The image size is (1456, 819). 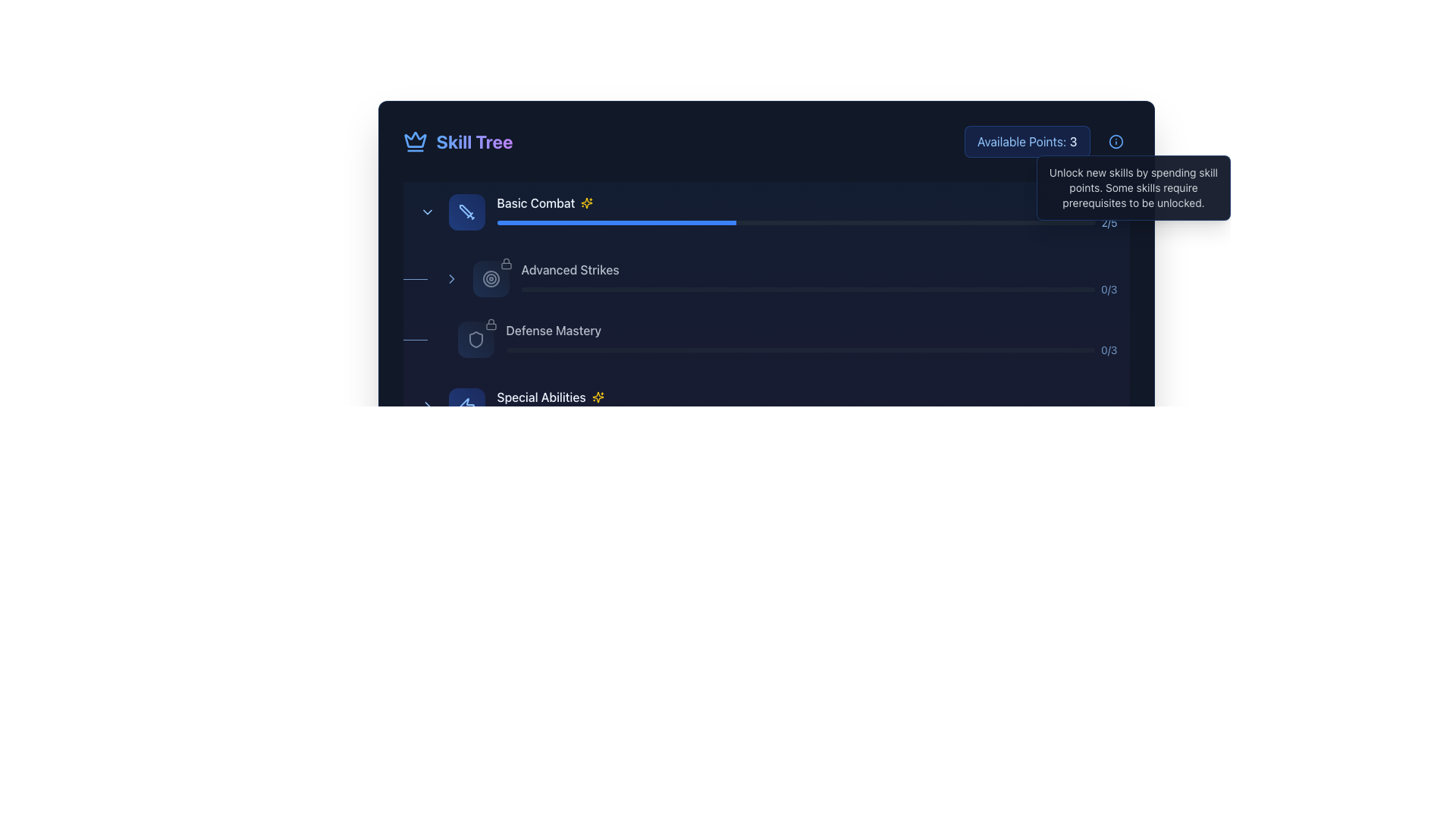 I want to click on the information icon located to the right of the 'Available Points: 3' button in the top-right corner of the panel, so click(x=1116, y=141).